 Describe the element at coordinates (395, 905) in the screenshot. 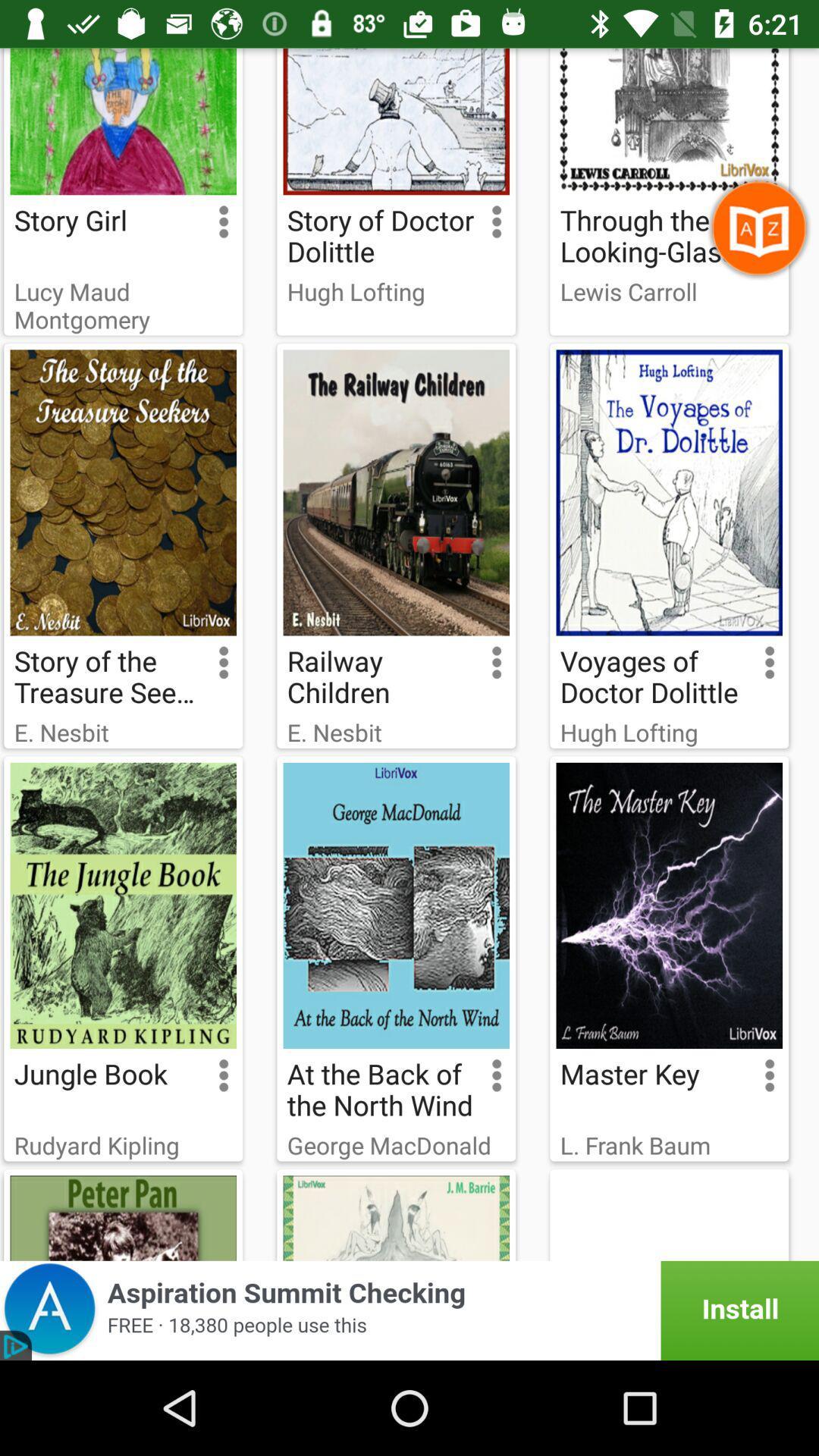

I see `the 2nd image from the 3rd row` at that location.